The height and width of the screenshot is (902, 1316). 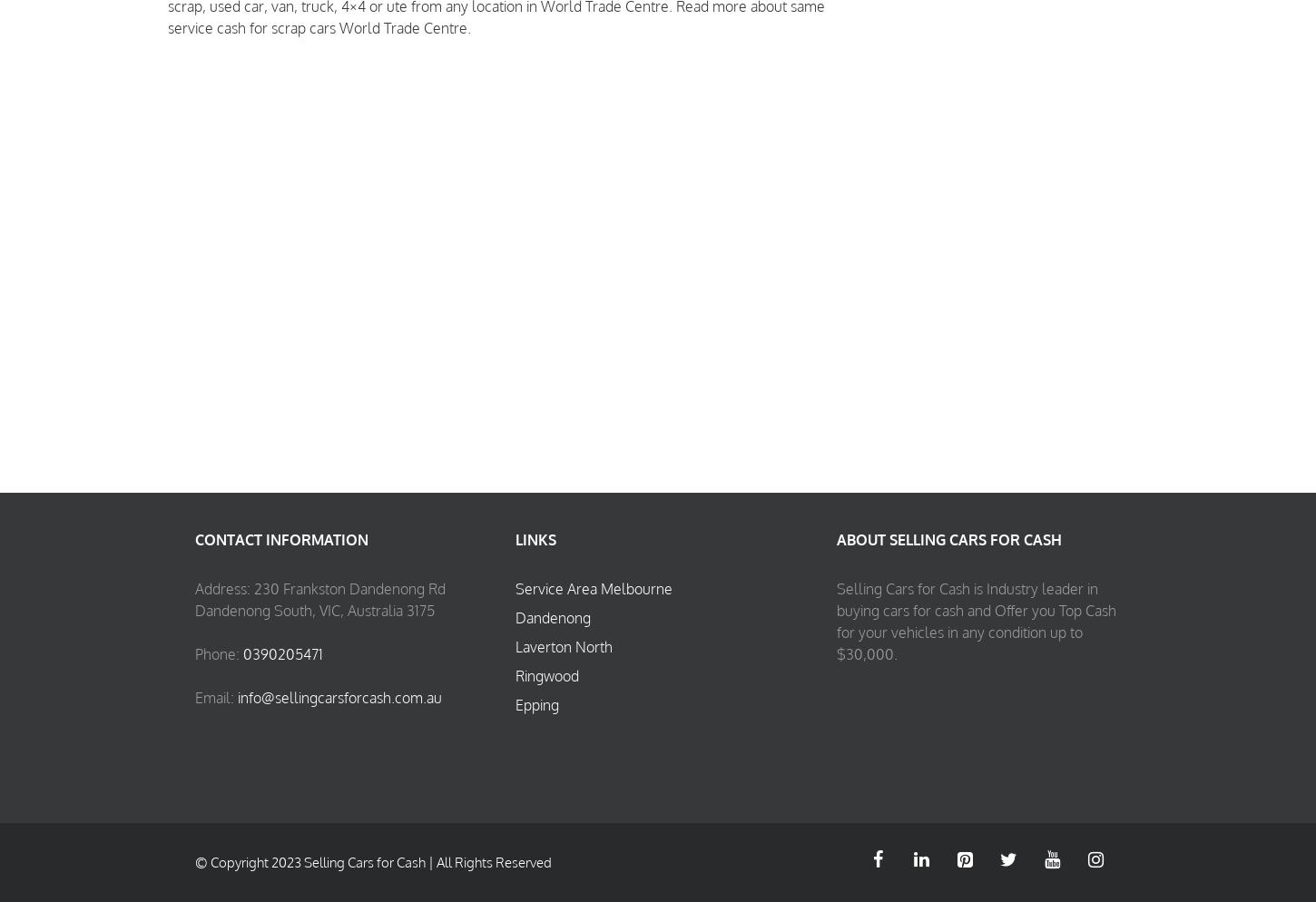 I want to click on 'Email:', so click(x=215, y=696).